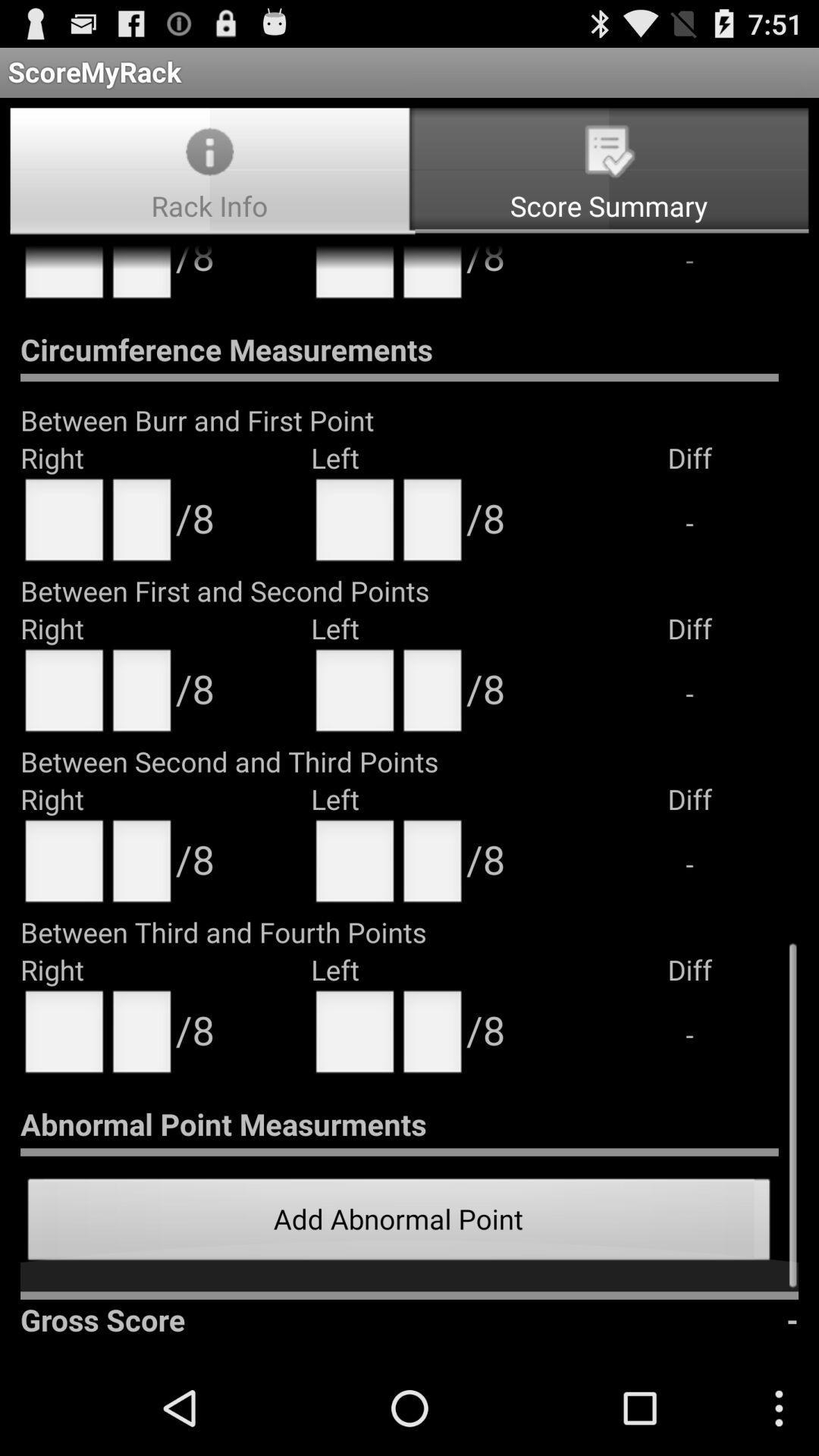 This screenshot has height=1456, width=819. Describe the element at coordinates (354, 277) in the screenshot. I see `the text field next to 8 at top of the page` at that location.